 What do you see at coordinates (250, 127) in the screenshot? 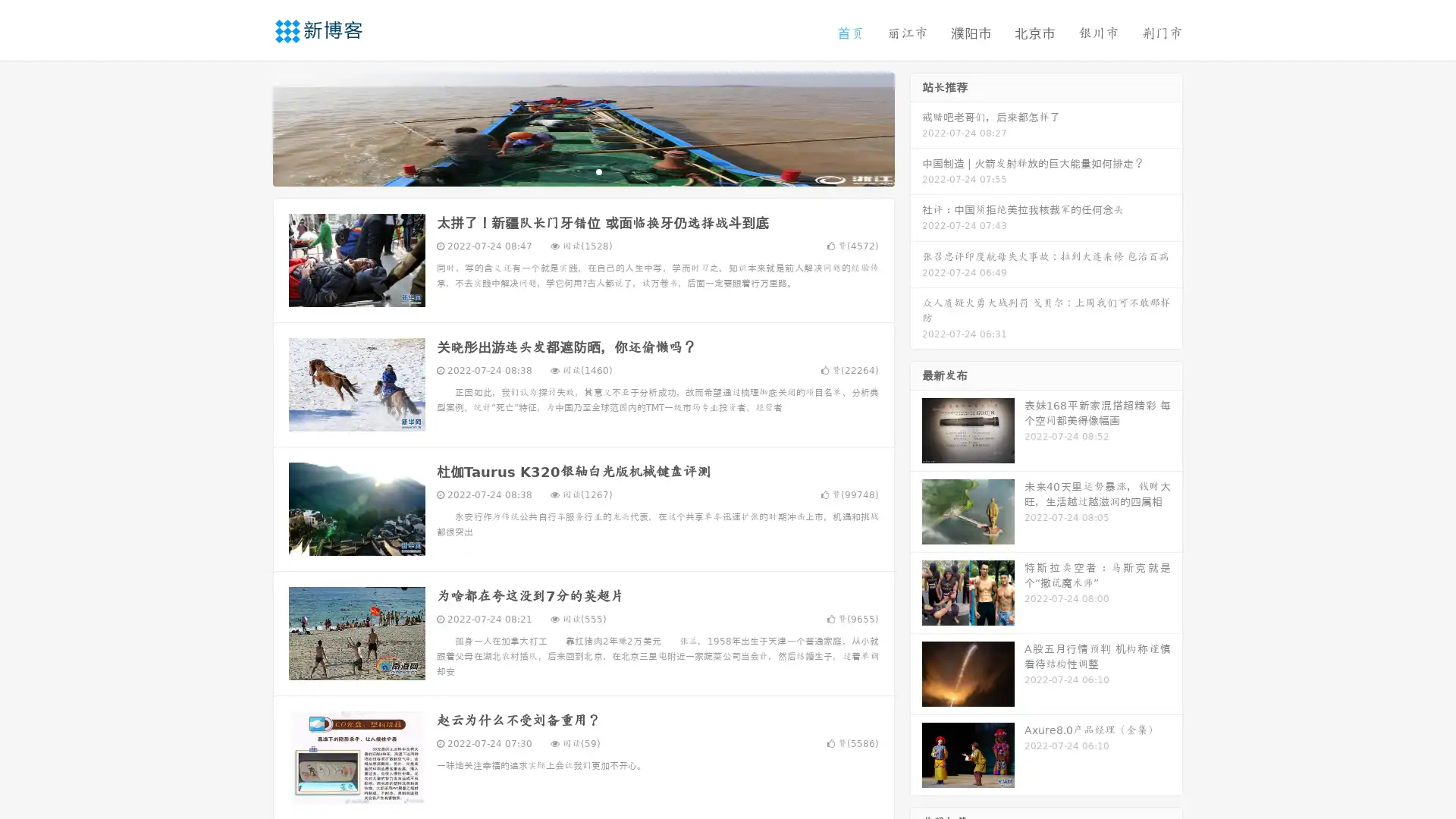
I see `Previous slide` at bounding box center [250, 127].